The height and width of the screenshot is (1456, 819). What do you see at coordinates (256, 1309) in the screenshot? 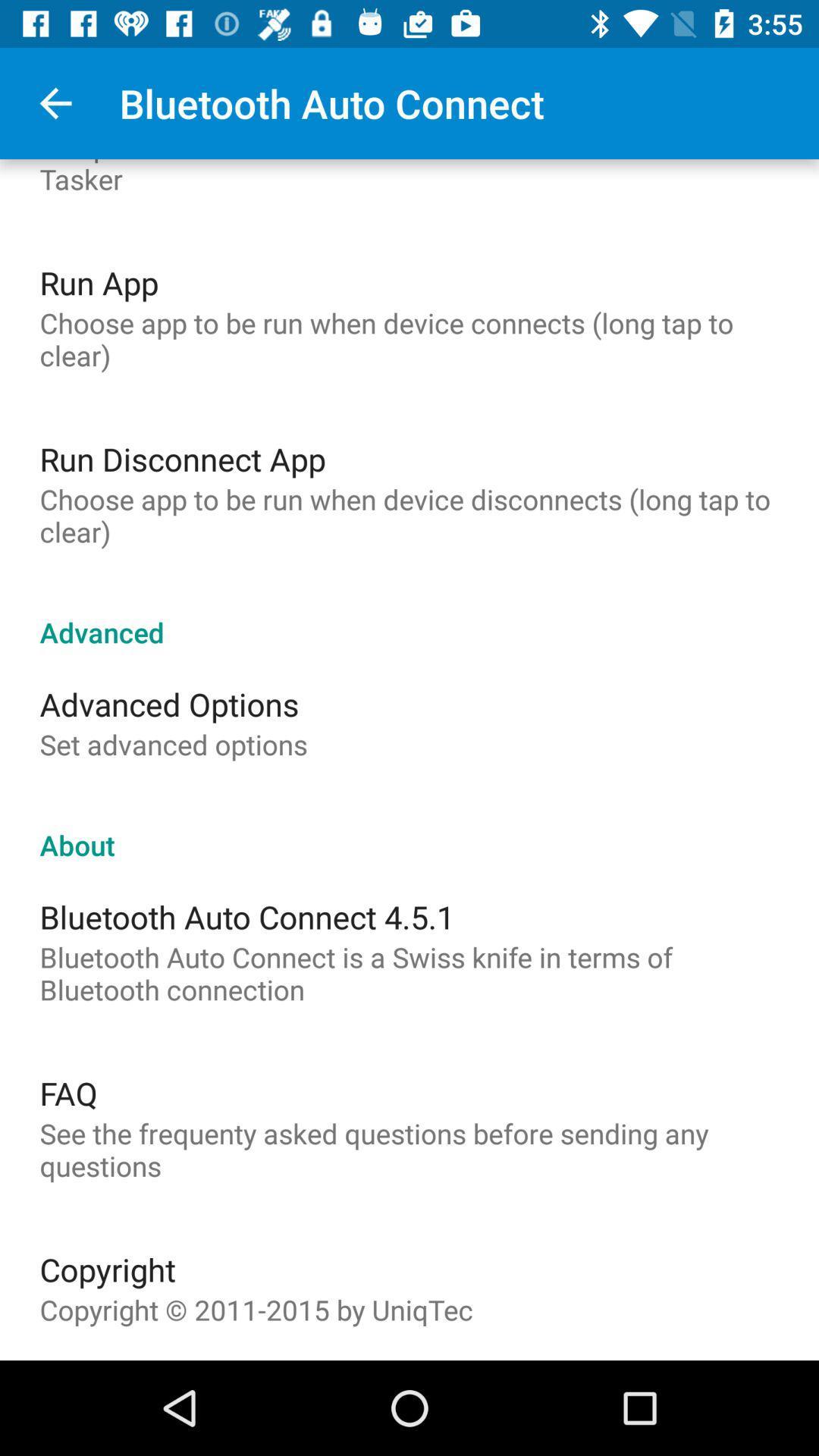
I see `icon below copyright icon` at bounding box center [256, 1309].